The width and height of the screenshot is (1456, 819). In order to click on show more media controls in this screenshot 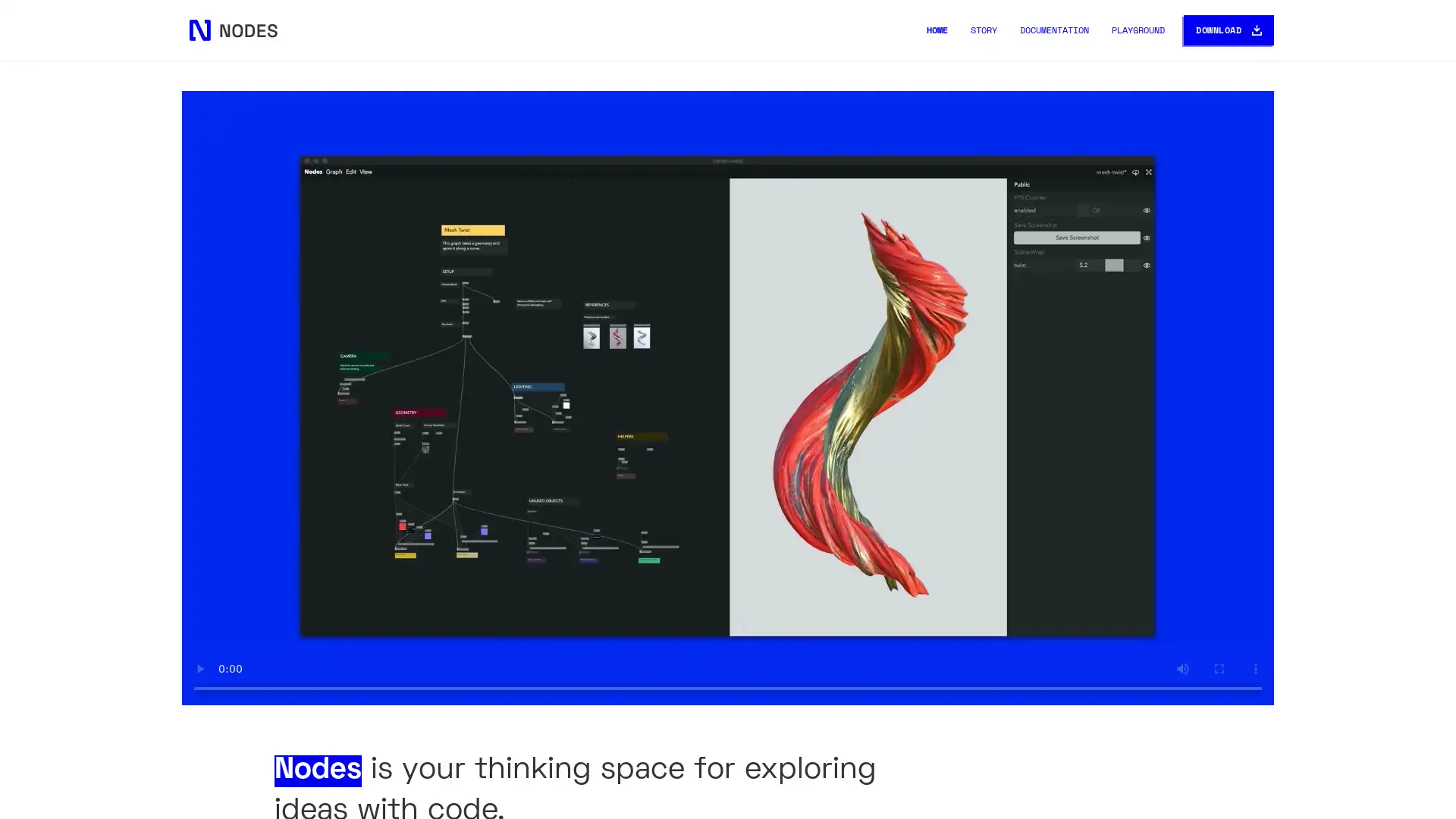, I will do `click(1256, 668)`.